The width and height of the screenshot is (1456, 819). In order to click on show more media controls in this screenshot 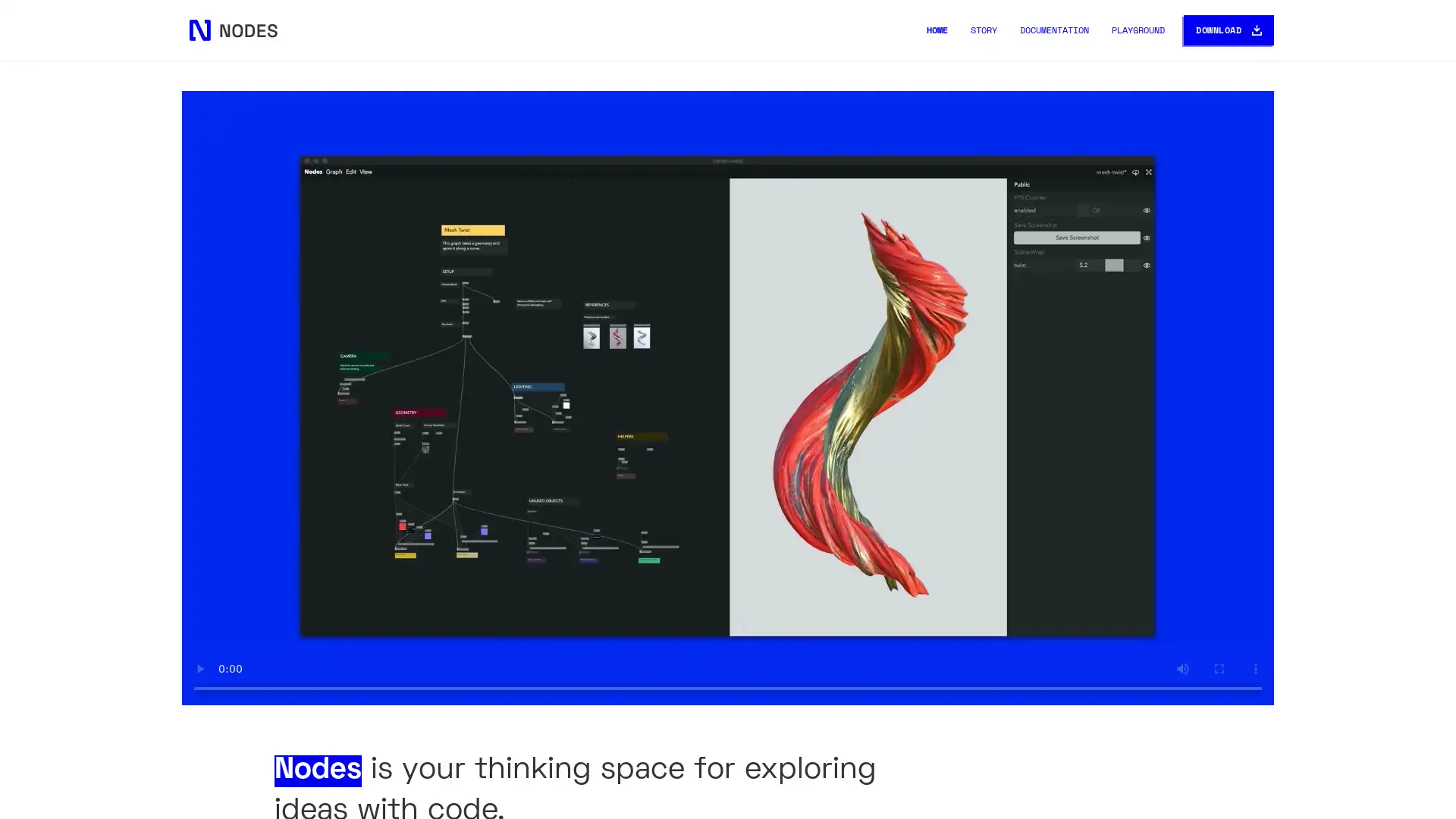, I will do `click(1256, 668)`.